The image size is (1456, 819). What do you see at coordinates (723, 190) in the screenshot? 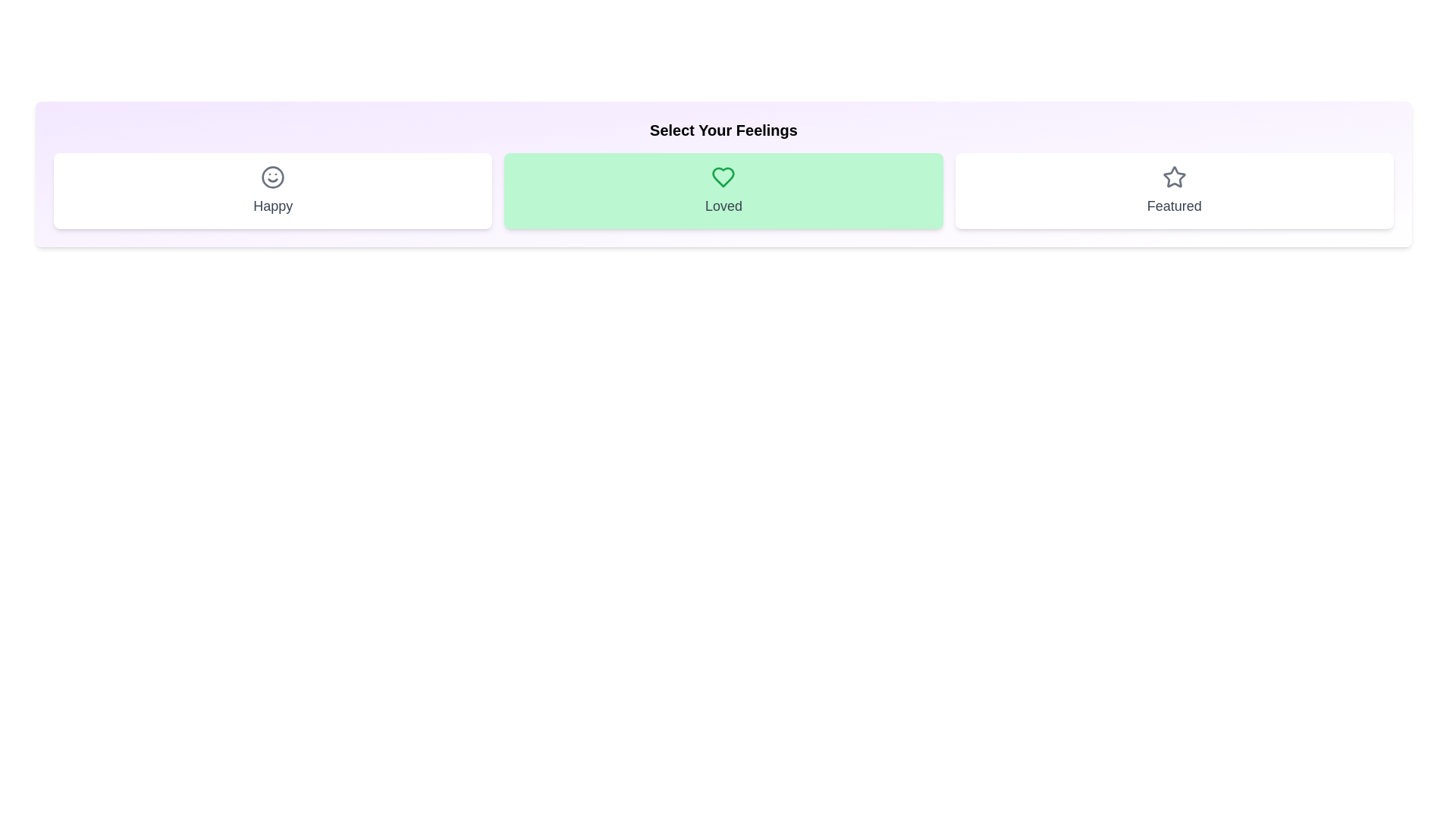
I see `the chip labeled Loved` at bounding box center [723, 190].